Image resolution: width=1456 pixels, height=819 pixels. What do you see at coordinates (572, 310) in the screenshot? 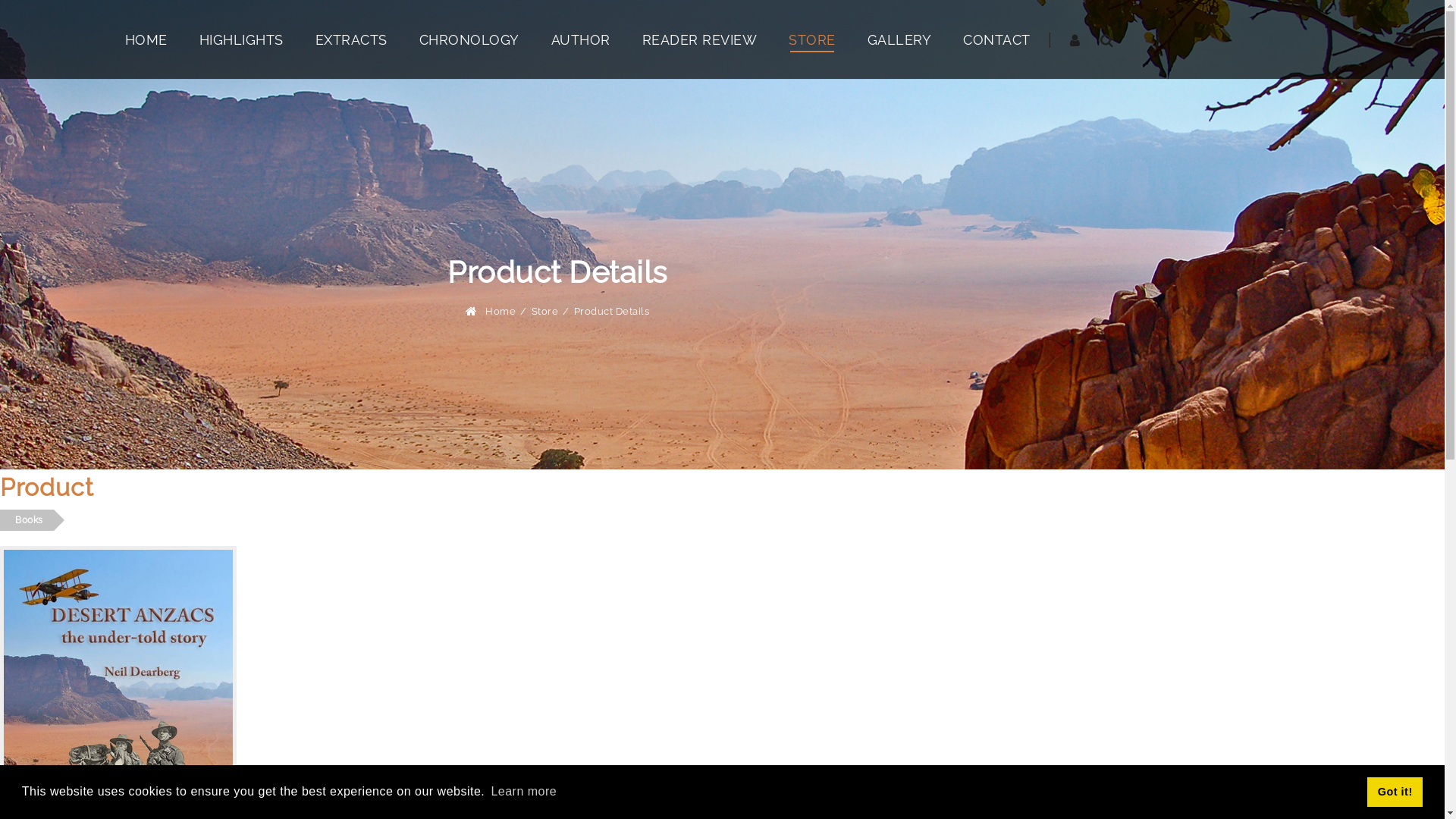
I see `'Product Details'` at bounding box center [572, 310].